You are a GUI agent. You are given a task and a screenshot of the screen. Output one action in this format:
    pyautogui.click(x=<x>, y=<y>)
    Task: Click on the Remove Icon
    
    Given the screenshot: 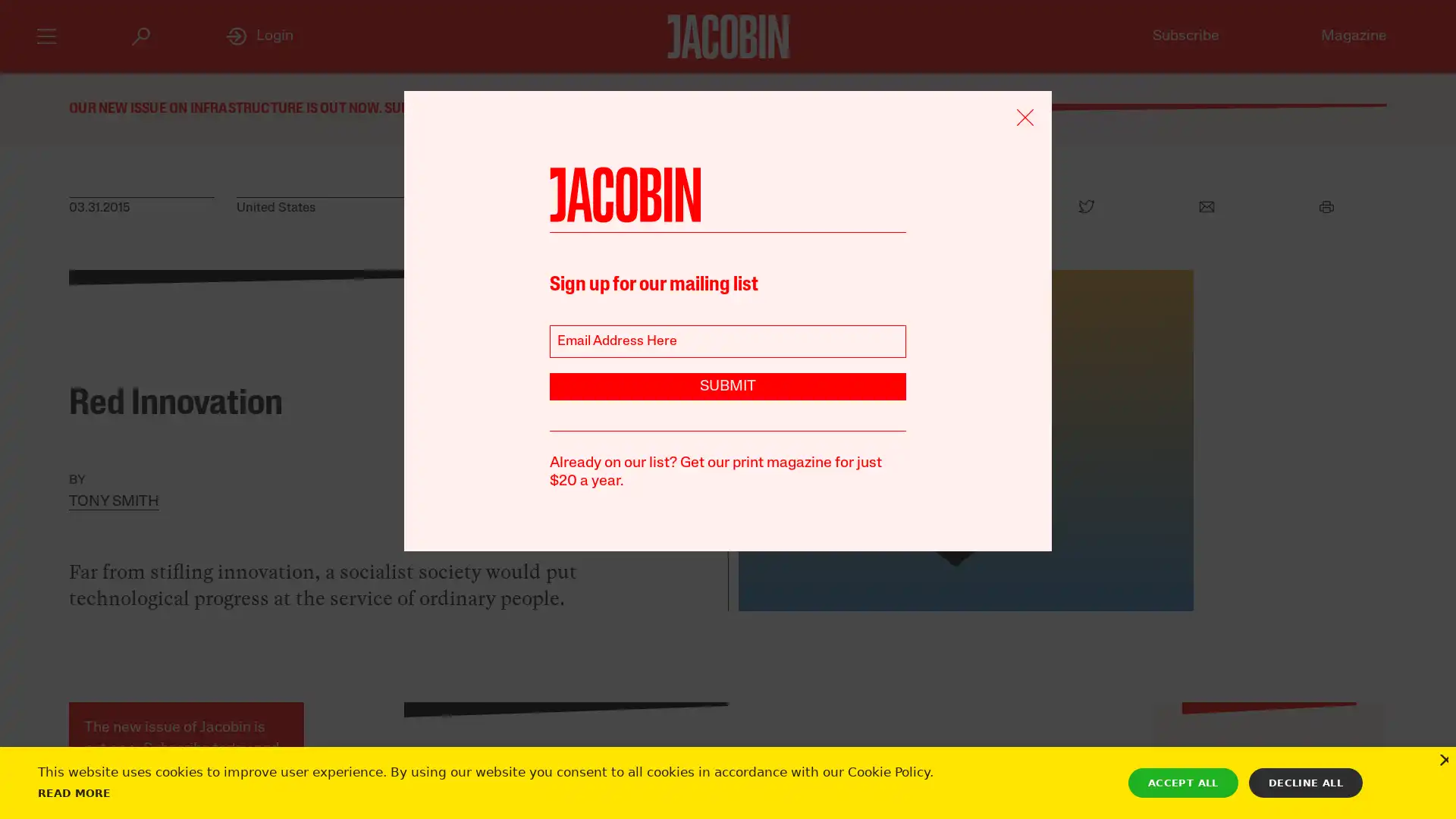 What is the action you would take?
    pyautogui.click(x=1025, y=119)
    